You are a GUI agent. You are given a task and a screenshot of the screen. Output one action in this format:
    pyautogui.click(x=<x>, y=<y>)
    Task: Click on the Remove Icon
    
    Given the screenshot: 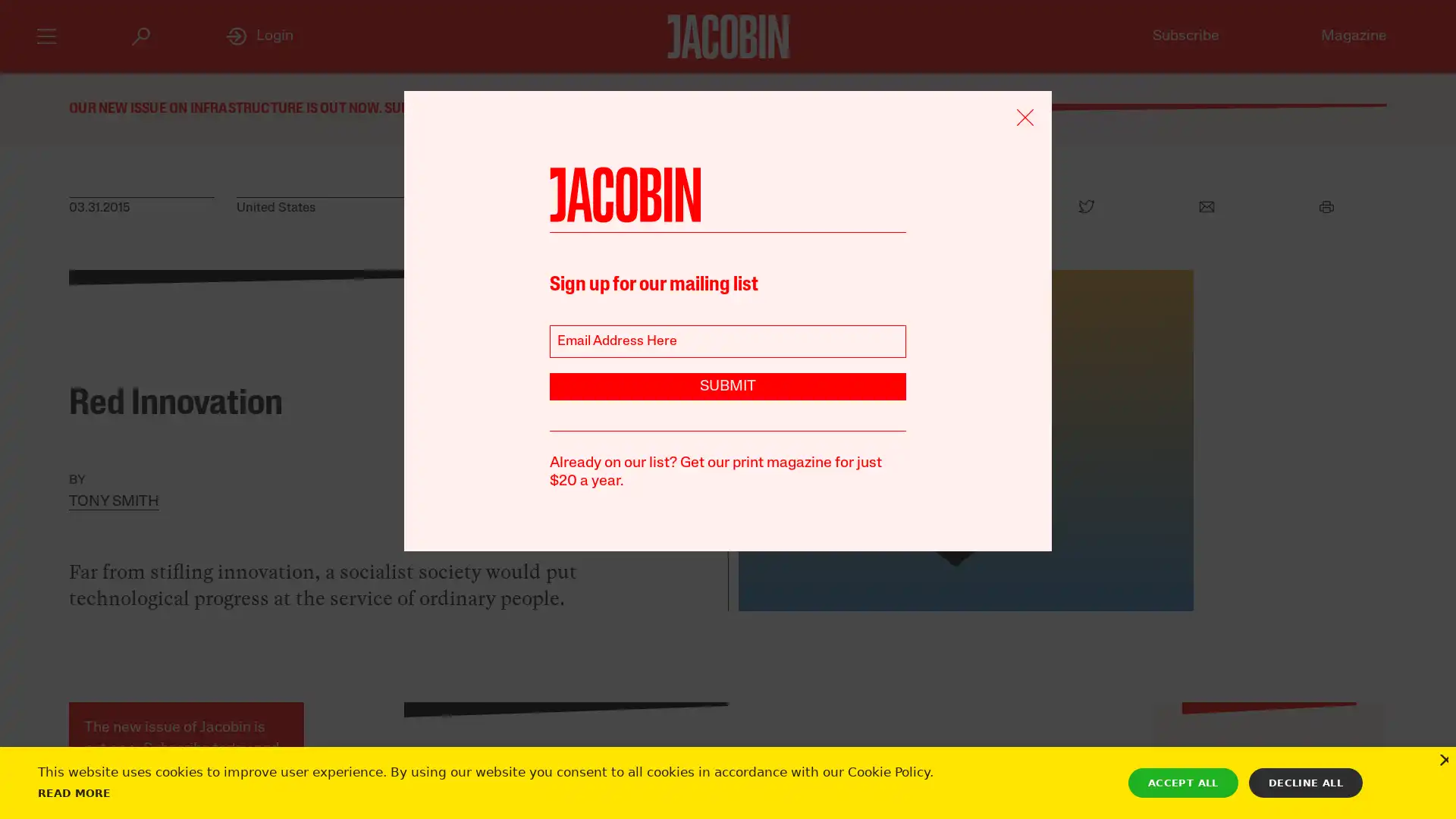 What is the action you would take?
    pyautogui.click(x=1025, y=119)
    